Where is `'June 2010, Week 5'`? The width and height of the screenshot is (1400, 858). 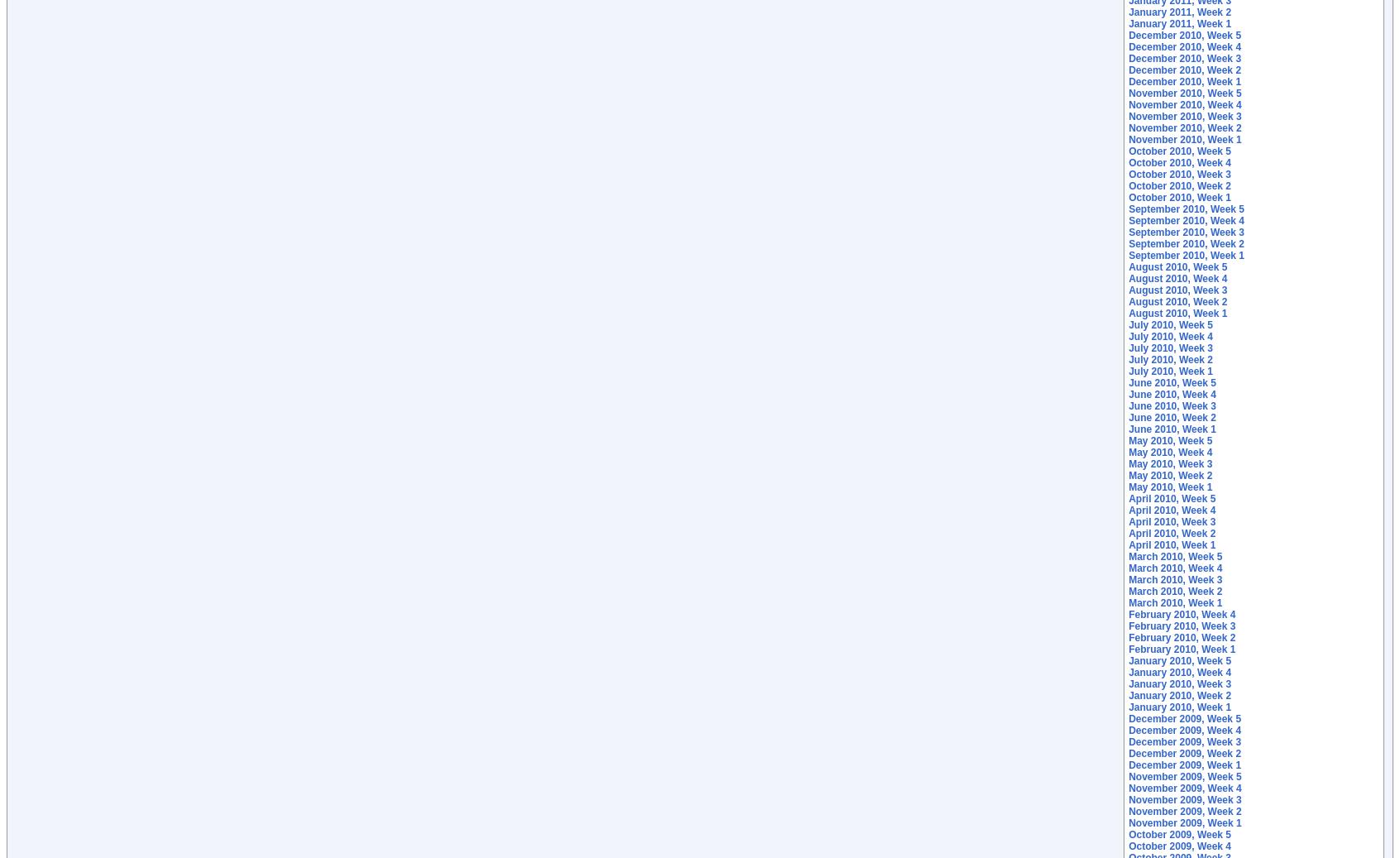
'June 2010, Week 5' is located at coordinates (1172, 382).